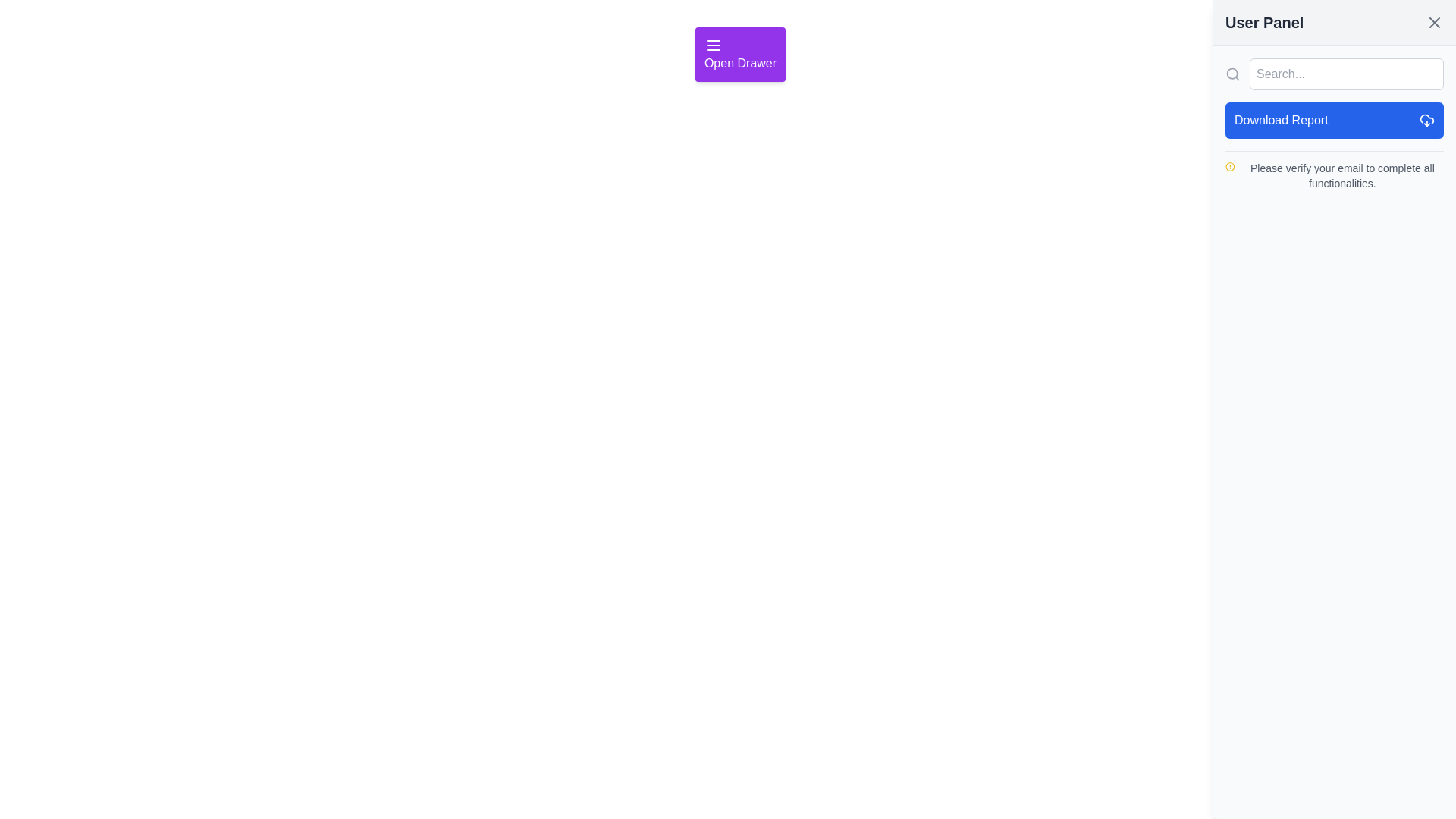 This screenshot has height=819, width=1456. Describe the element at coordinates (1232, 74) in the screenshot. I see `the SVG Circle that forms the lens of the magnifying glass icon, located to the far right of the 'User Panel.'` at that location.